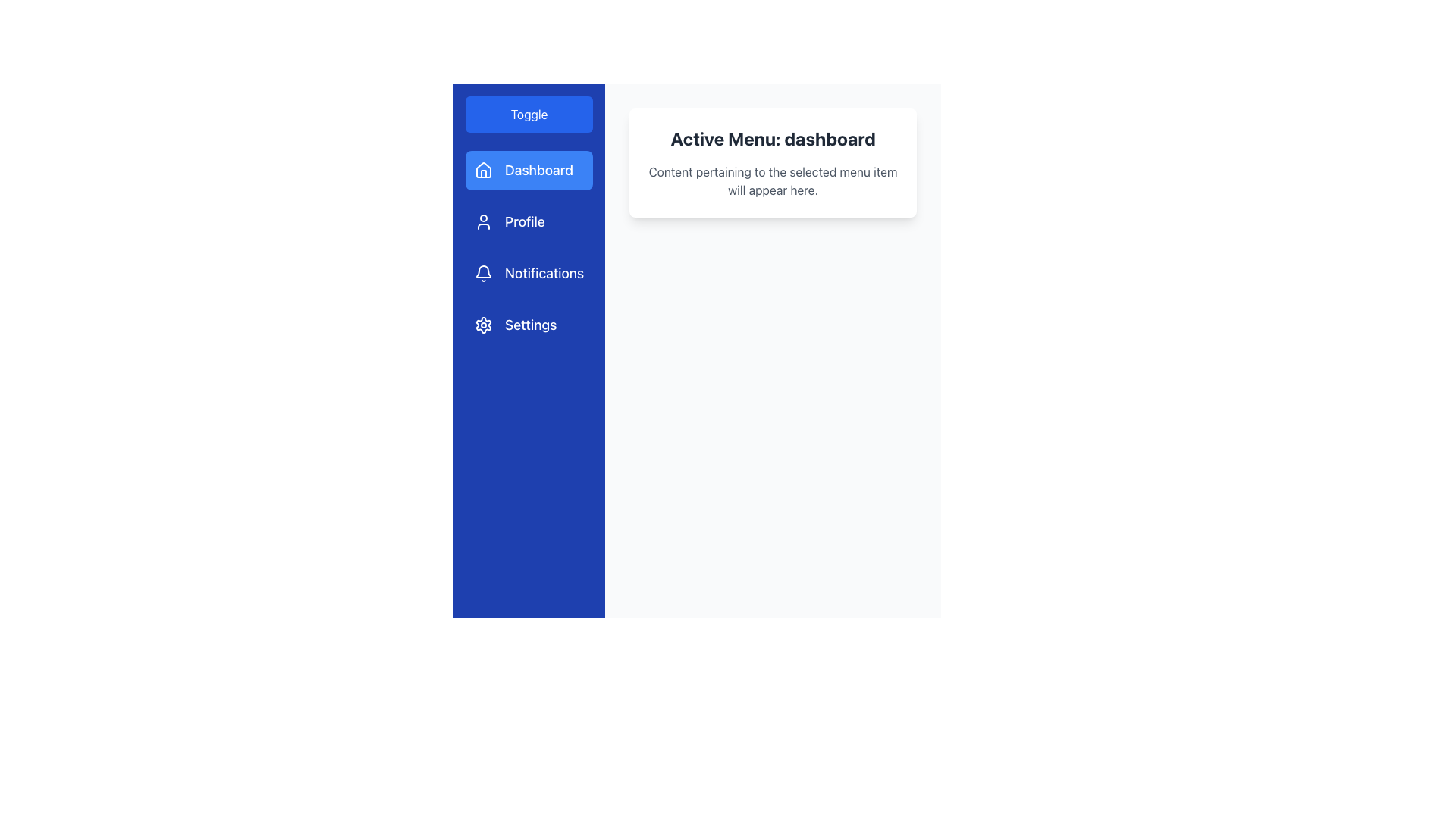 The image size is (1456, 819). What do you see at coordinates (483, 274) in the screenshot?
I see `the 'Notifications' icon in the vertical navigation menu` at bounding box center [483, 274].